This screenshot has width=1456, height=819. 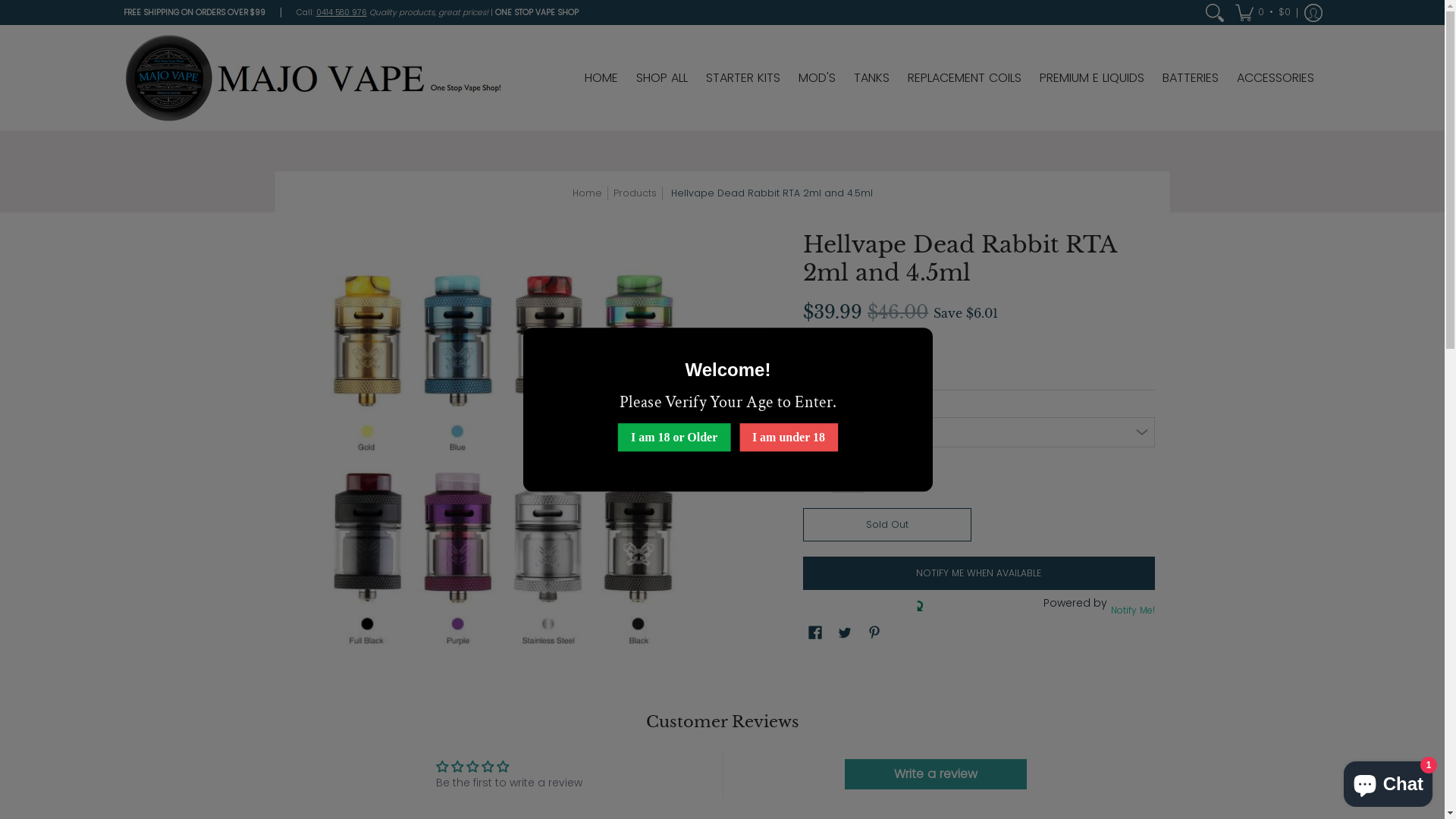 What do you see at coordinates (1090, 77) in the screenshot?
I see `'PREMIUM E LIQUIDS'` at bounding box center [1090, 77].